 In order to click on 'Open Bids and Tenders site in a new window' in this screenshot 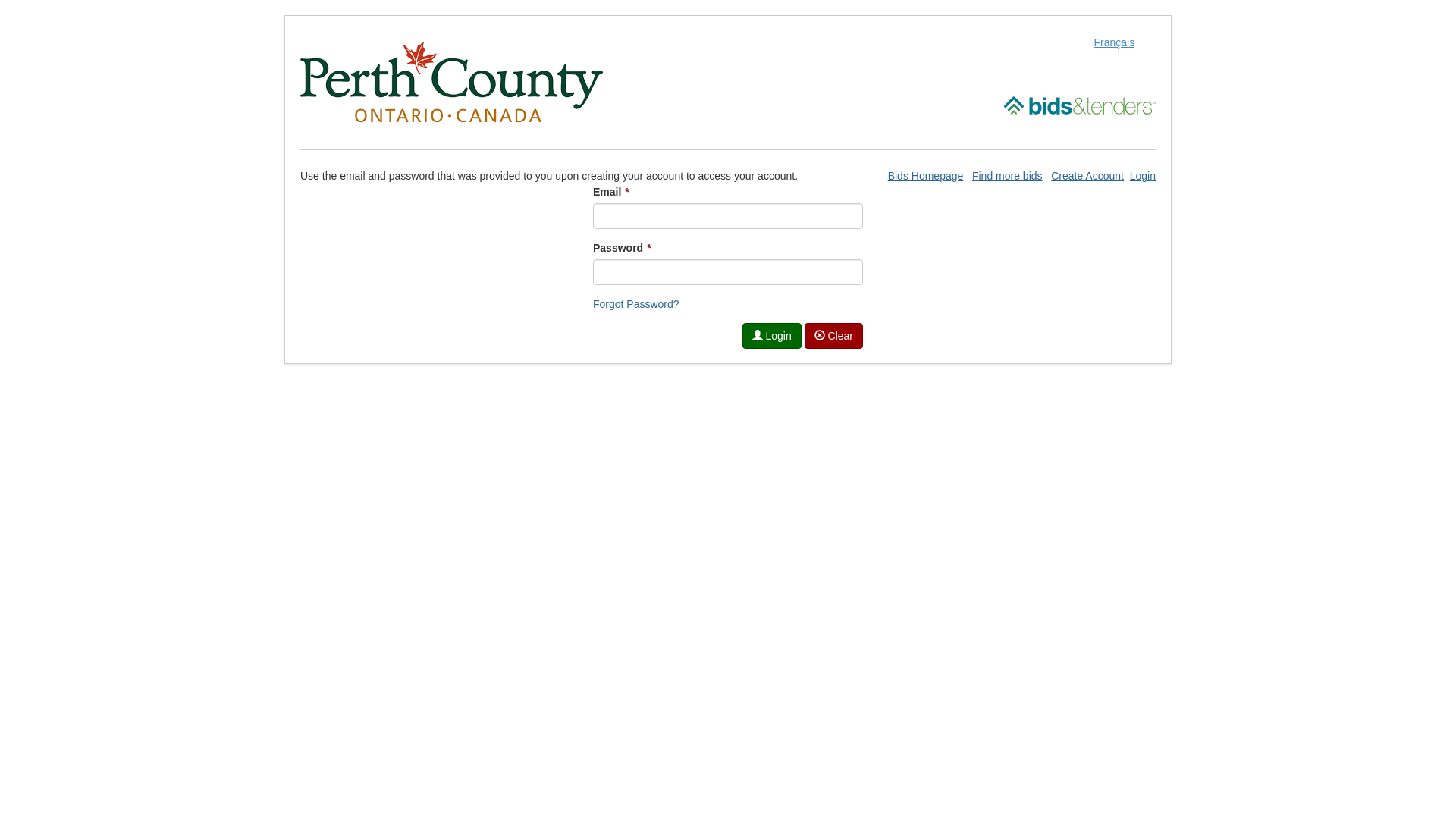, I will do `click(1079, 104)`.